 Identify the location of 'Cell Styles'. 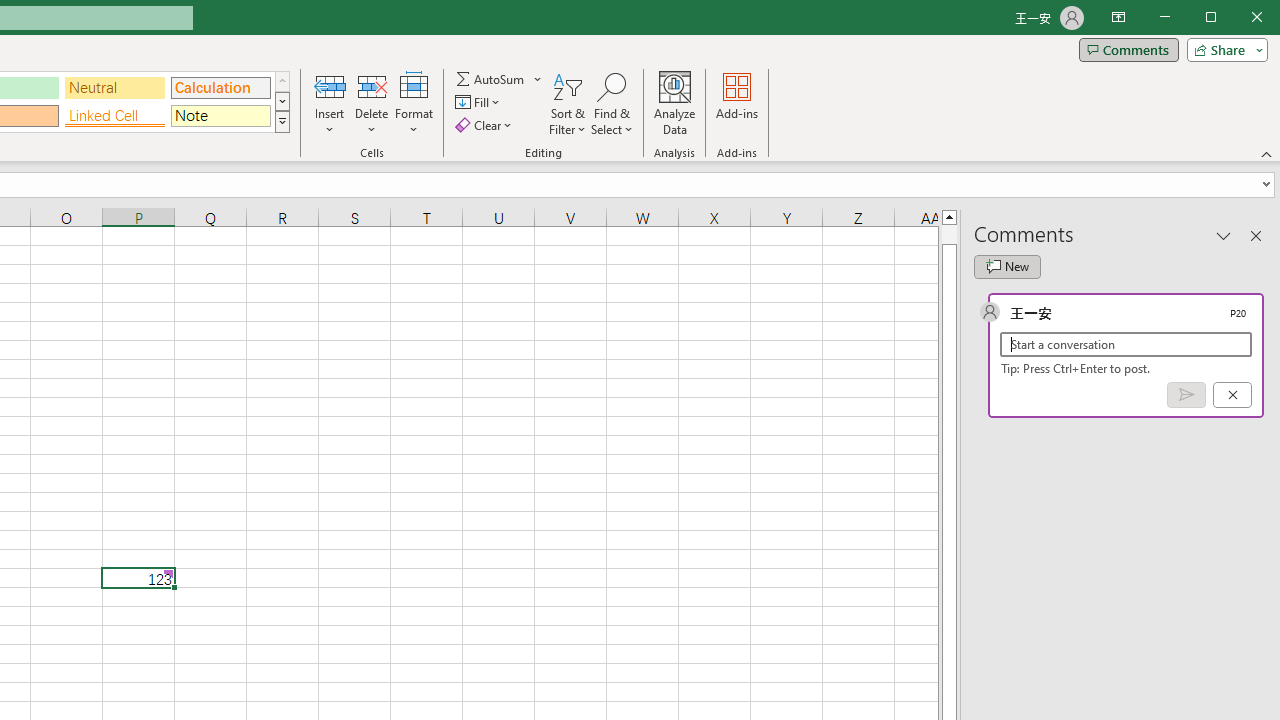
(281, 122).